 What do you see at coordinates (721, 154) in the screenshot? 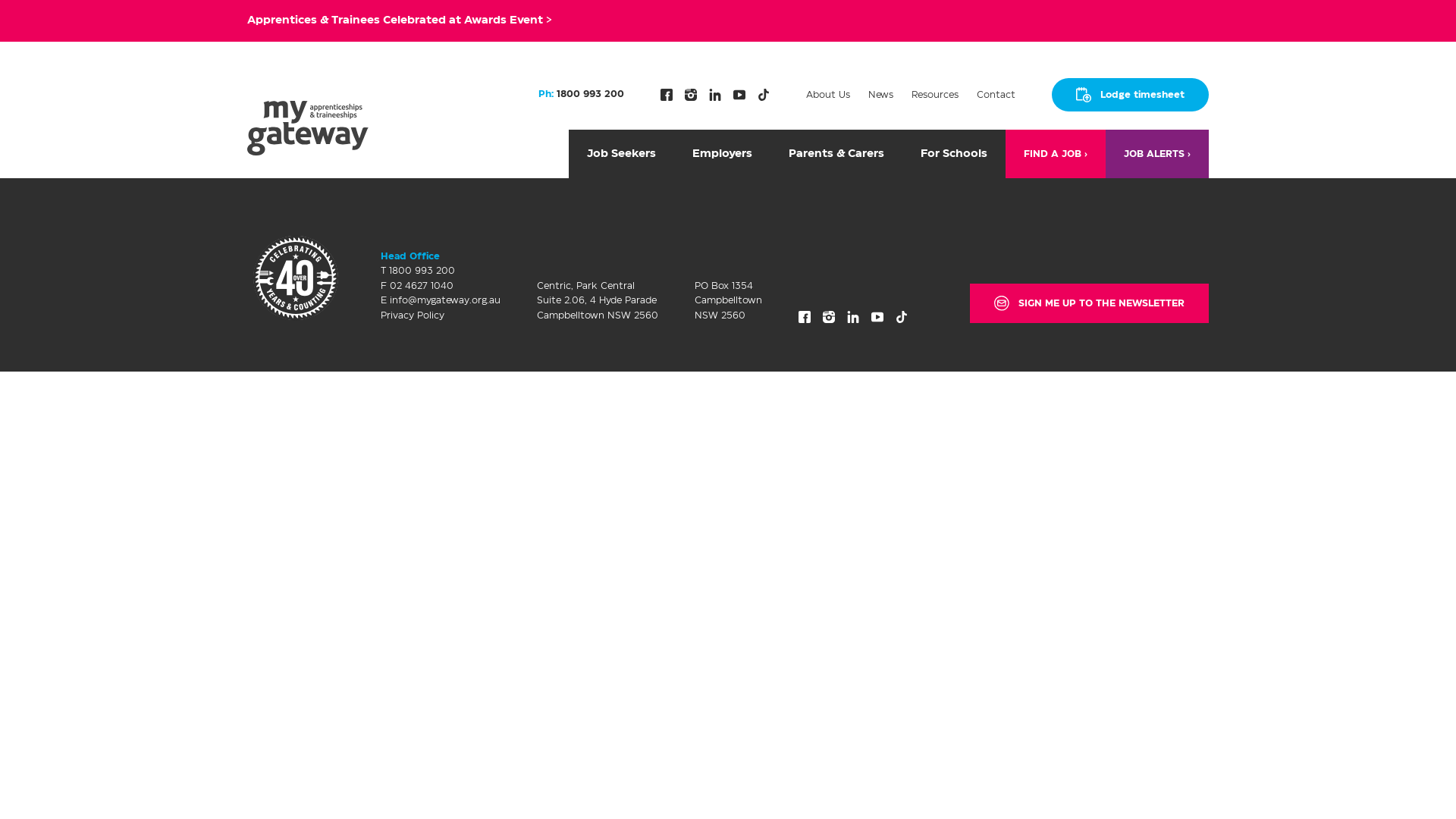
I see `'Employers'` at bounding box center [721, 154].